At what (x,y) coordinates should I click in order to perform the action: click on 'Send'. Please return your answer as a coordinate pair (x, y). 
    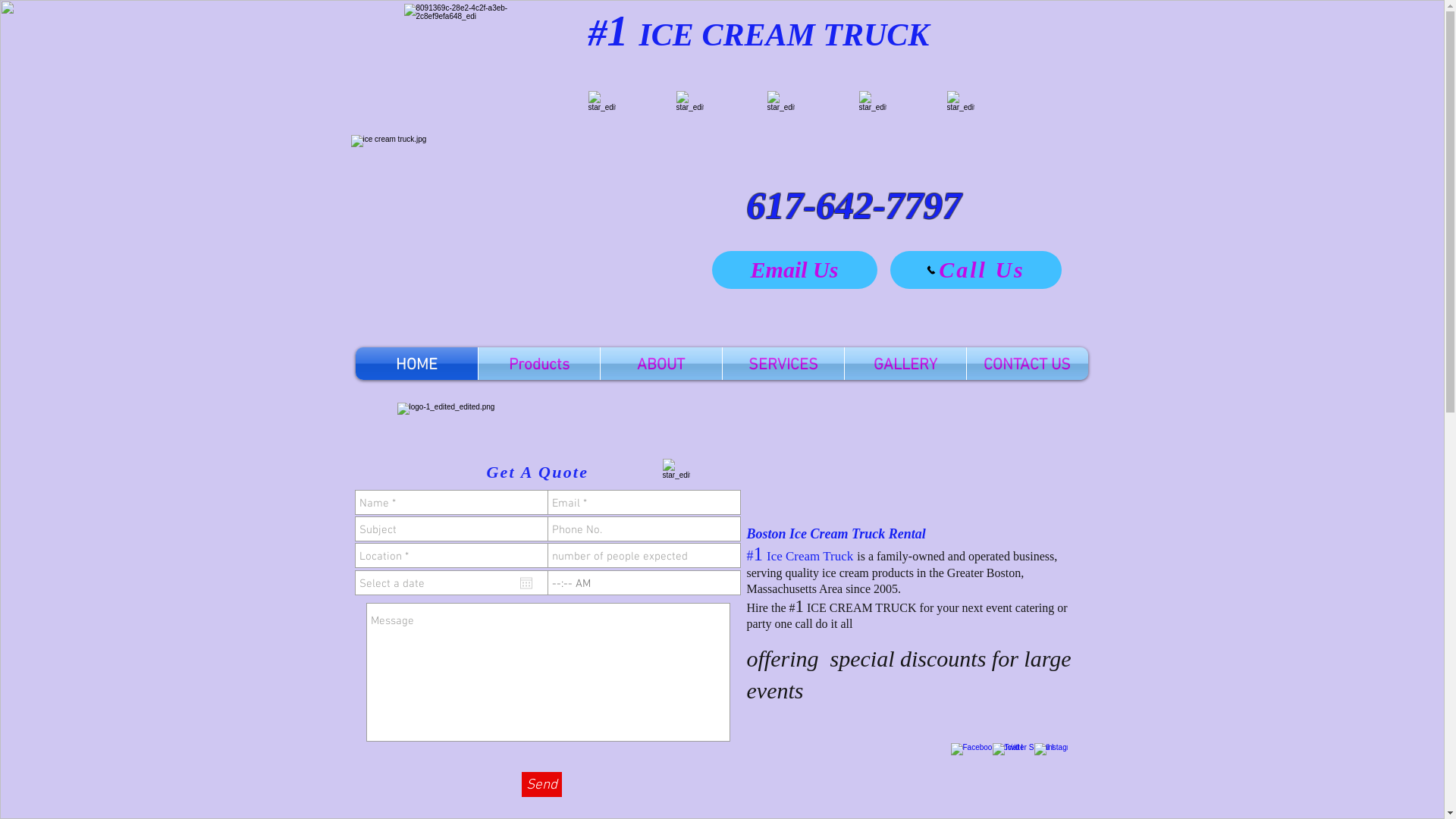
    Looking at the image, I should click on (521, 784).